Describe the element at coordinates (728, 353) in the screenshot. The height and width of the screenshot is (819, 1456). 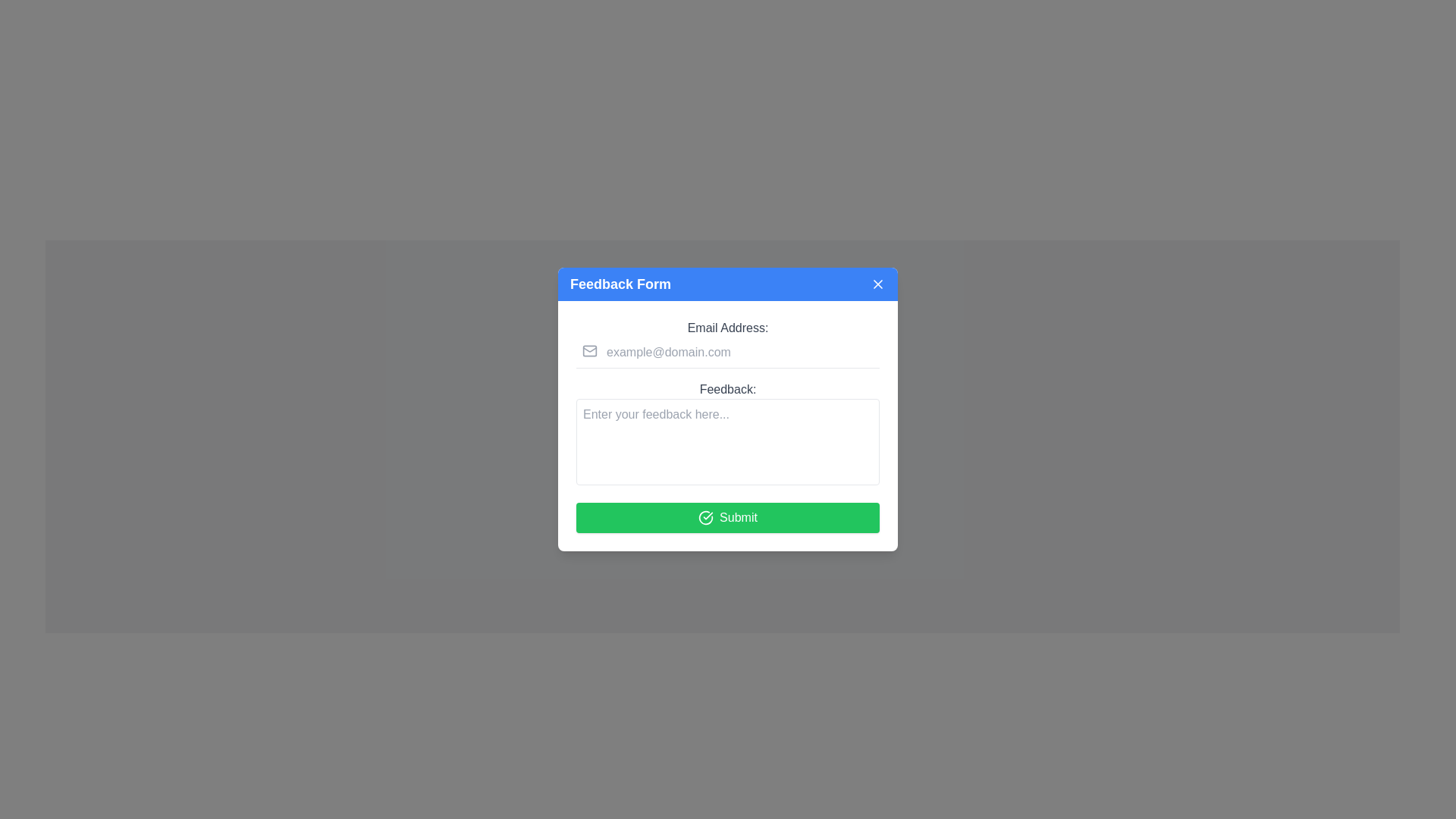
I see `the email input field located within the 'Feedback Form' modal` at that location.